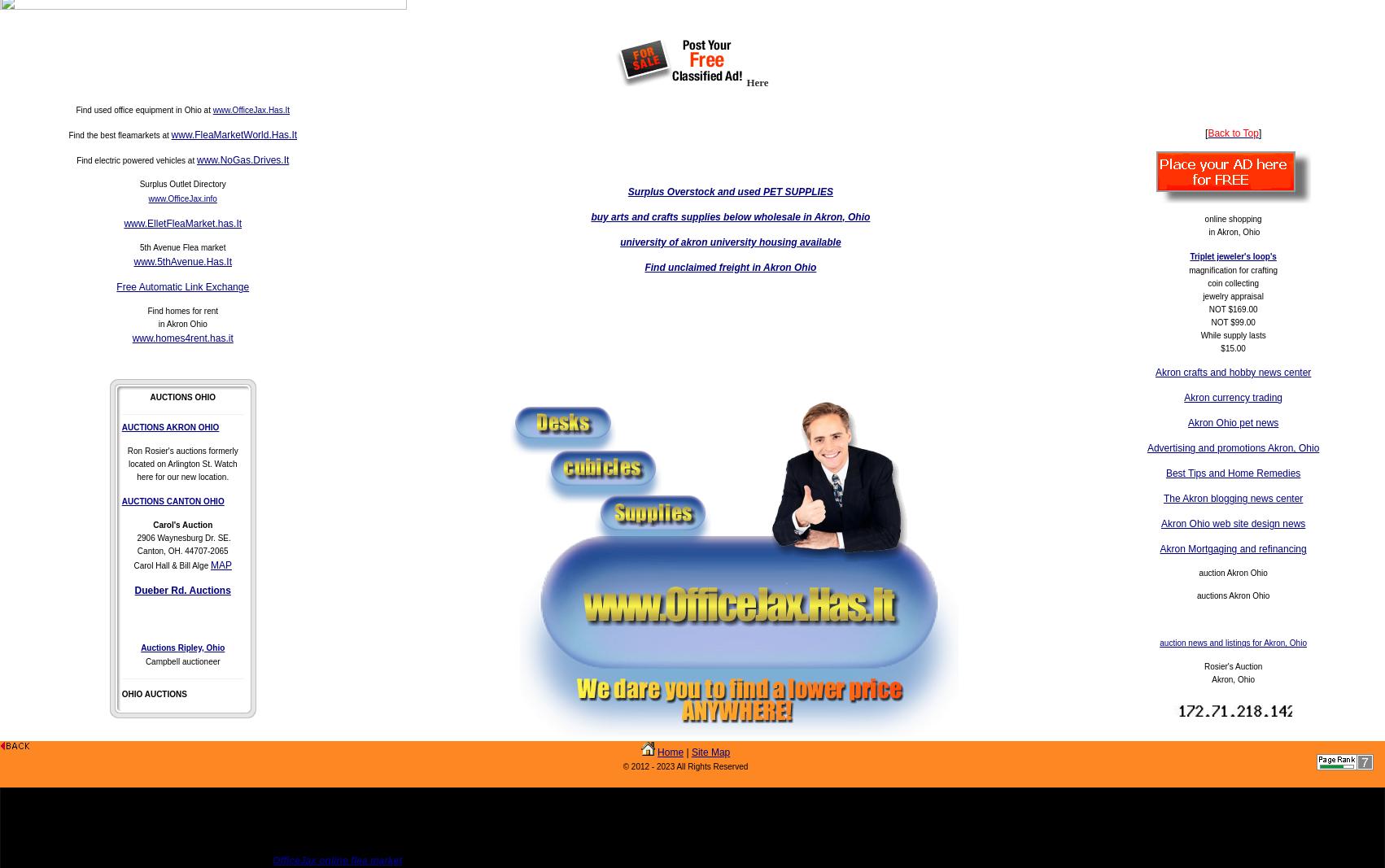 This screenshot has height=868, width=1385. Describe the element at coordinates (146, 198) in the screenshot. I see `'www.OfficeJax.info'` at that location.